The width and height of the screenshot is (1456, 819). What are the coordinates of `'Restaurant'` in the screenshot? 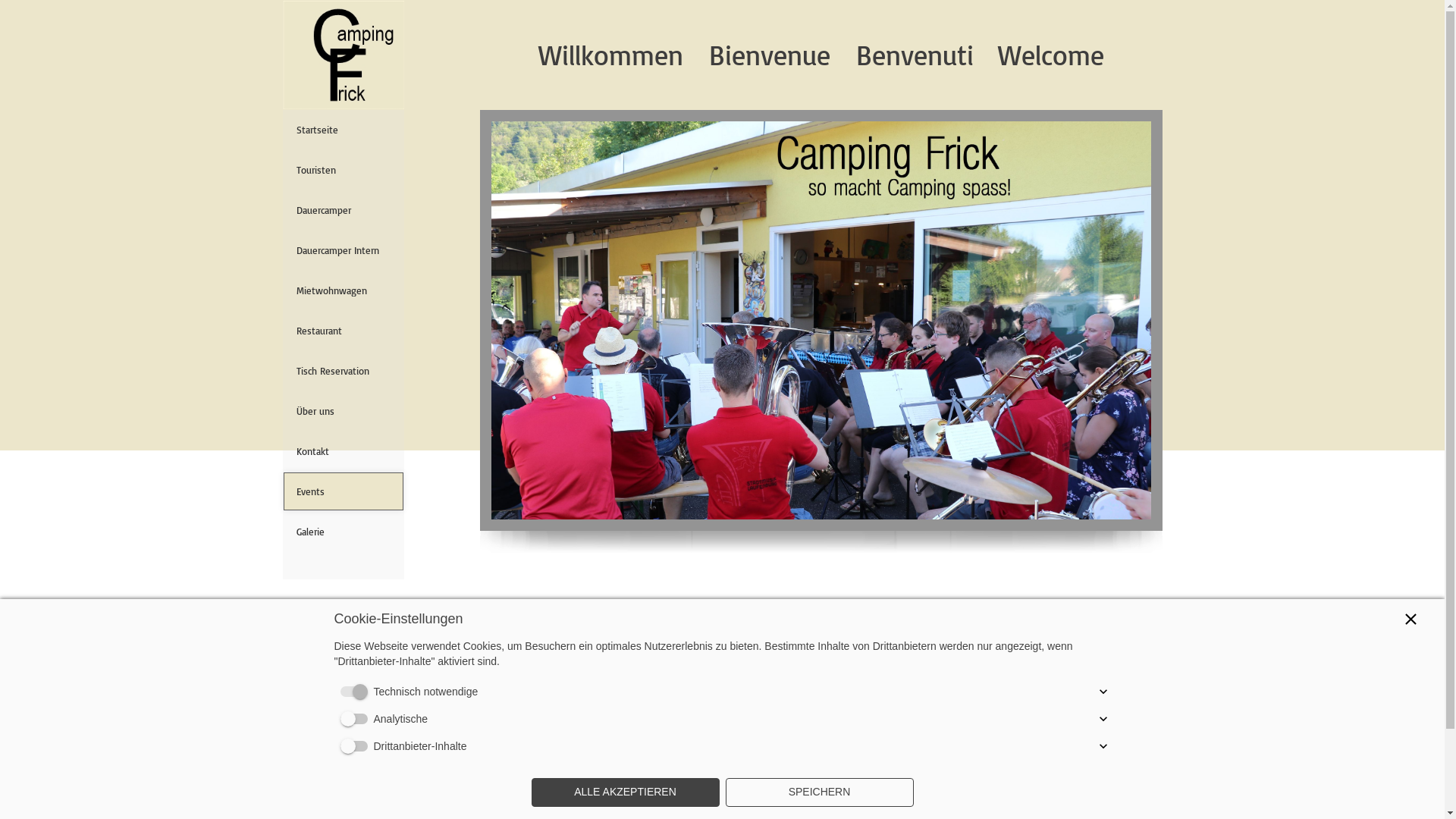 It's located at (341, 329).